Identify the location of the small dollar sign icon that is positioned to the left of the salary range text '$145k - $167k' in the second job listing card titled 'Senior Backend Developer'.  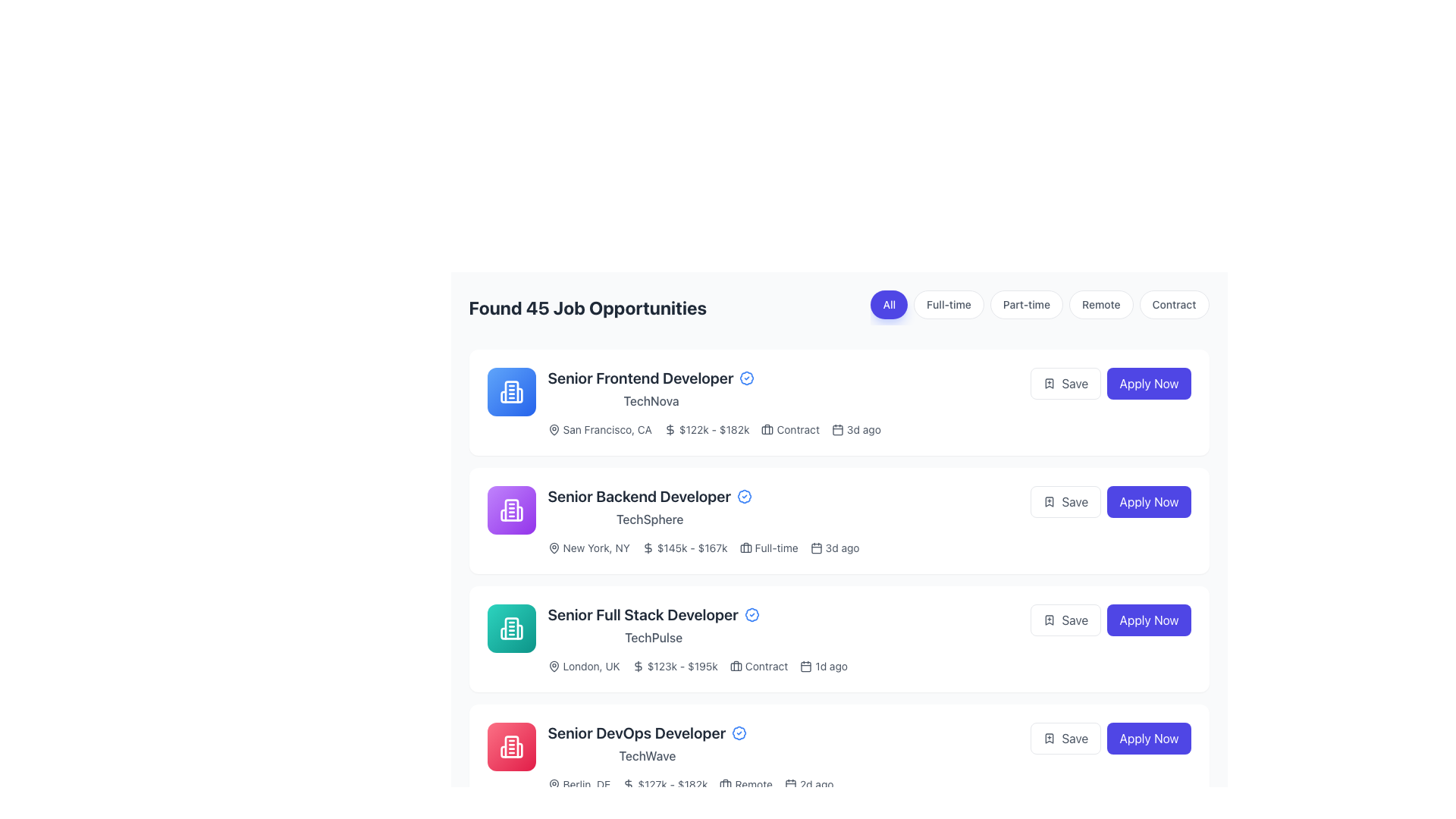
(648, 548).